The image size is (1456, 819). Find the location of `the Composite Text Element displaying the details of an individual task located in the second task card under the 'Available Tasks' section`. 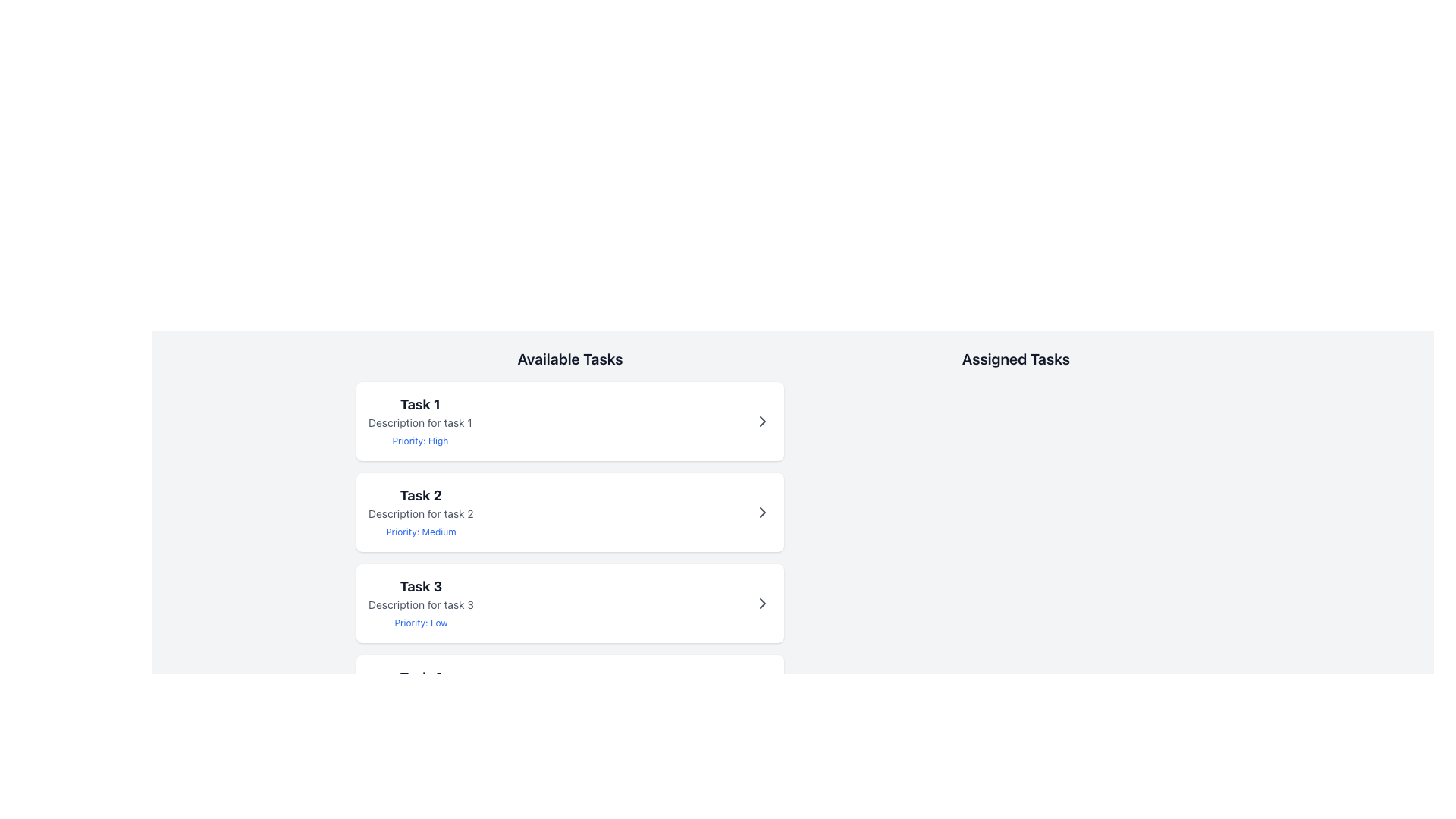

the Composite Text Element displaying the details of an individual task located in the second task card under the 'Available Tasks' section is located at coordinates (421, 512).